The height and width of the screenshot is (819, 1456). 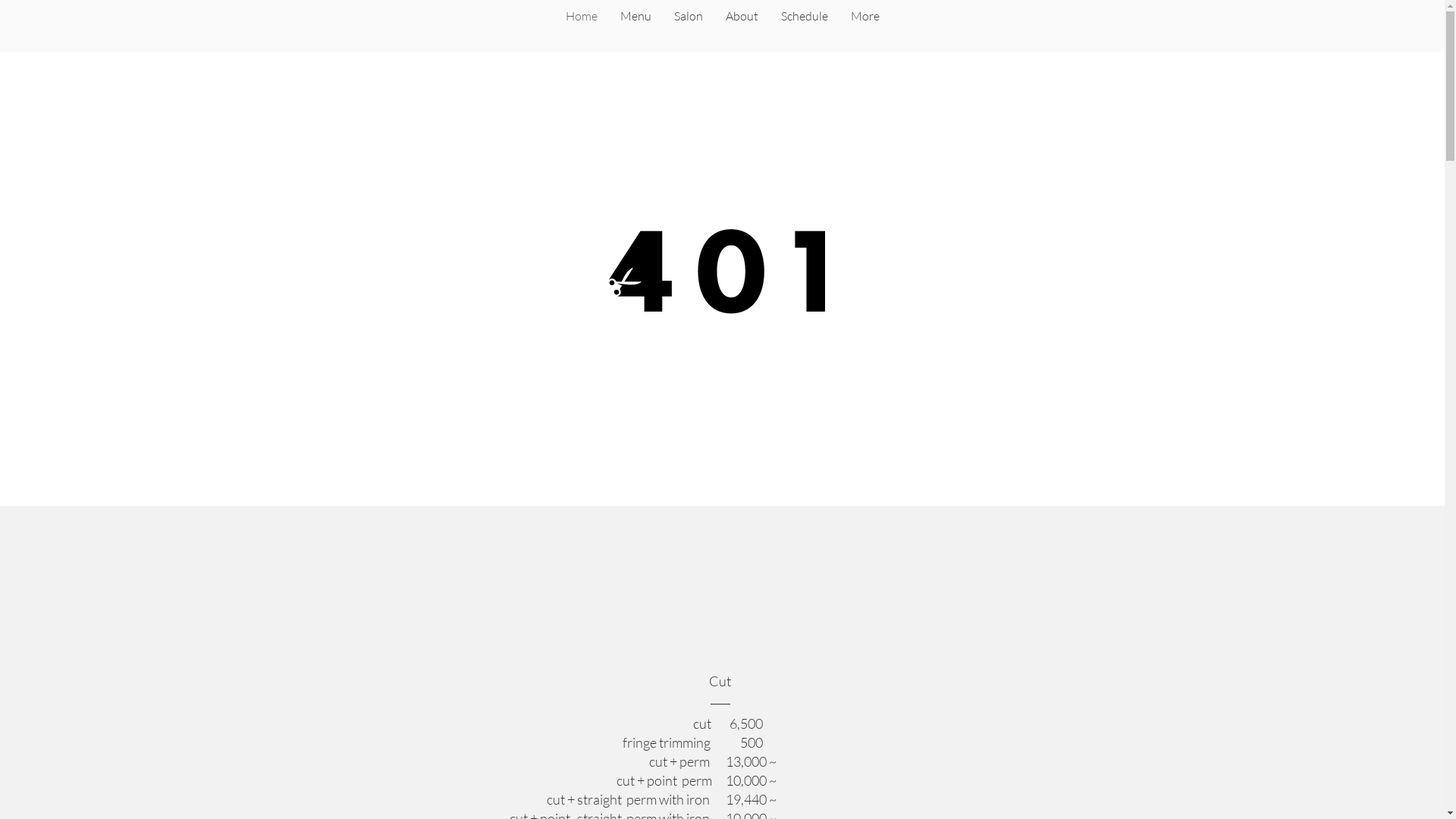 I want to click on 'Menu', so click(x=635, y=26).